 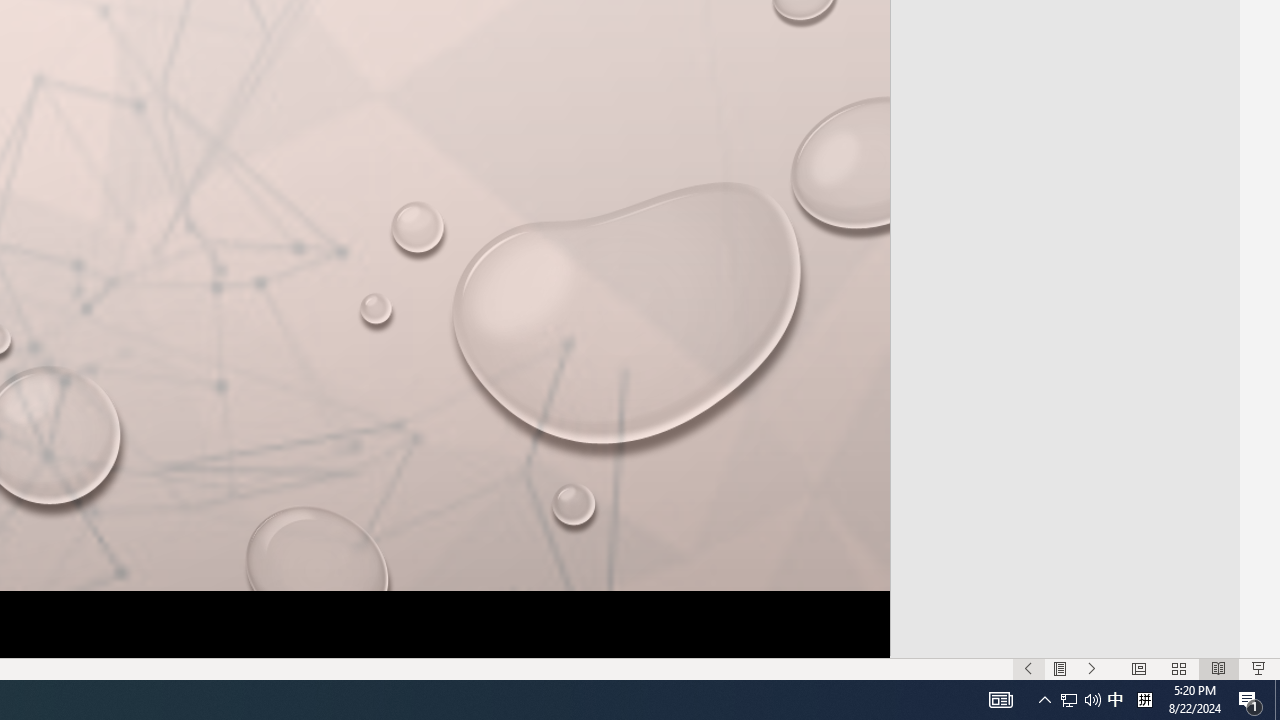 What do you see at coordinates (1028, 669) in the screenshot?
I see `'Slide Show Previous On'` at bounding box center [1028, 669].